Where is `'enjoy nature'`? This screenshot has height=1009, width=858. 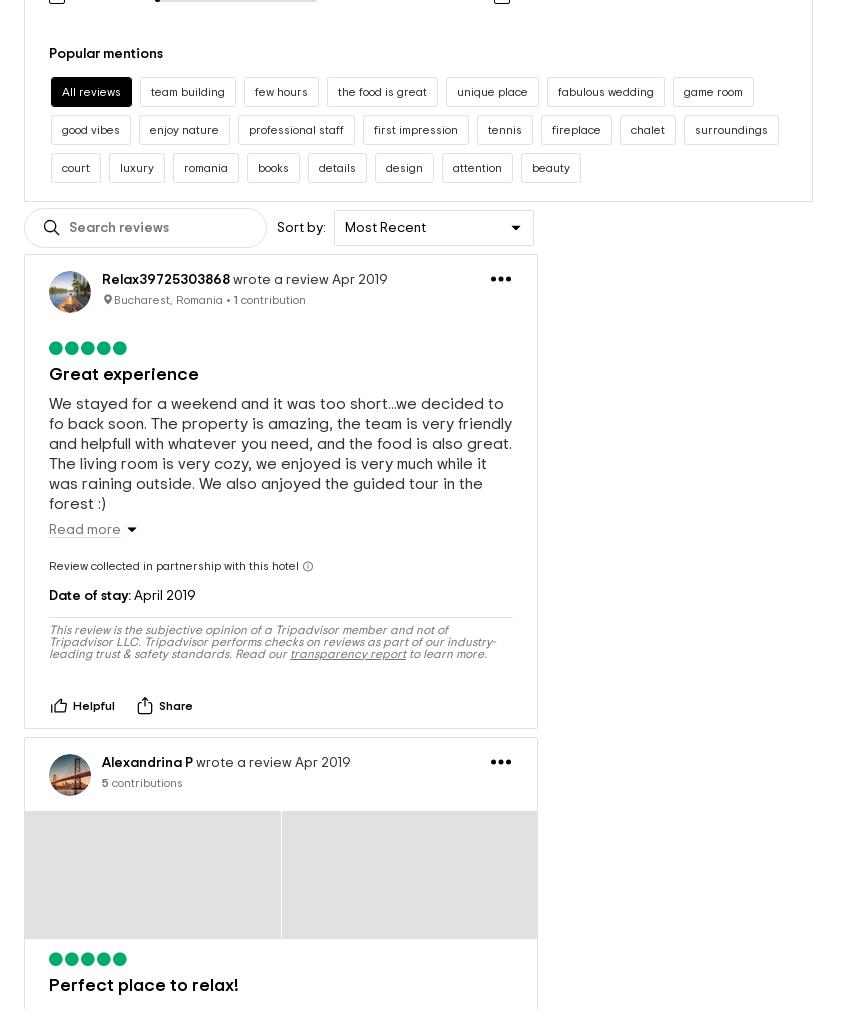
'enjoy nature' is located at coordinates (184, 107).